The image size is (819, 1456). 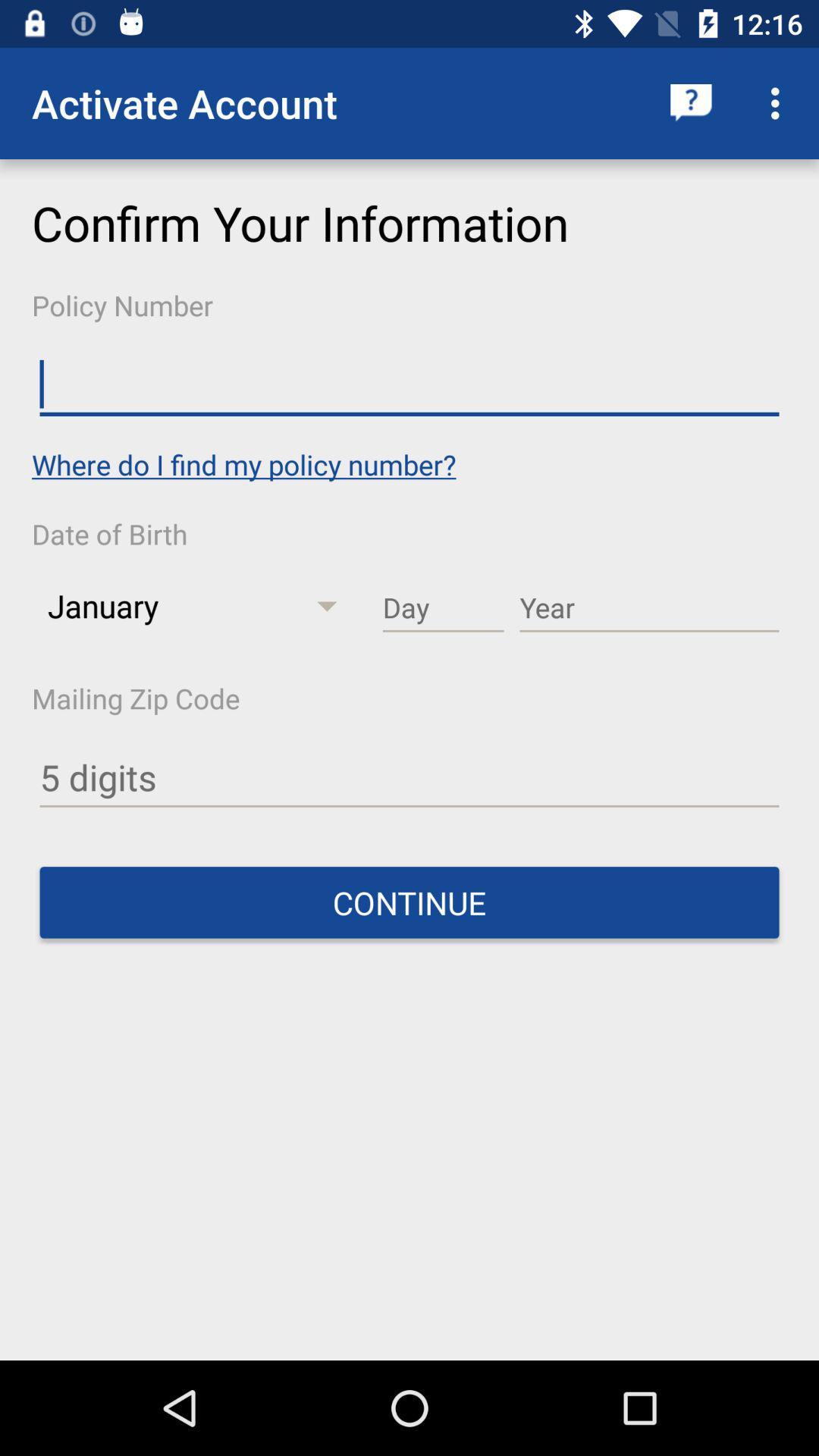 What do you see at coordinates (409, 384) in the screenshot?
I see `type in your policy number` at bounding box center [409, 384].